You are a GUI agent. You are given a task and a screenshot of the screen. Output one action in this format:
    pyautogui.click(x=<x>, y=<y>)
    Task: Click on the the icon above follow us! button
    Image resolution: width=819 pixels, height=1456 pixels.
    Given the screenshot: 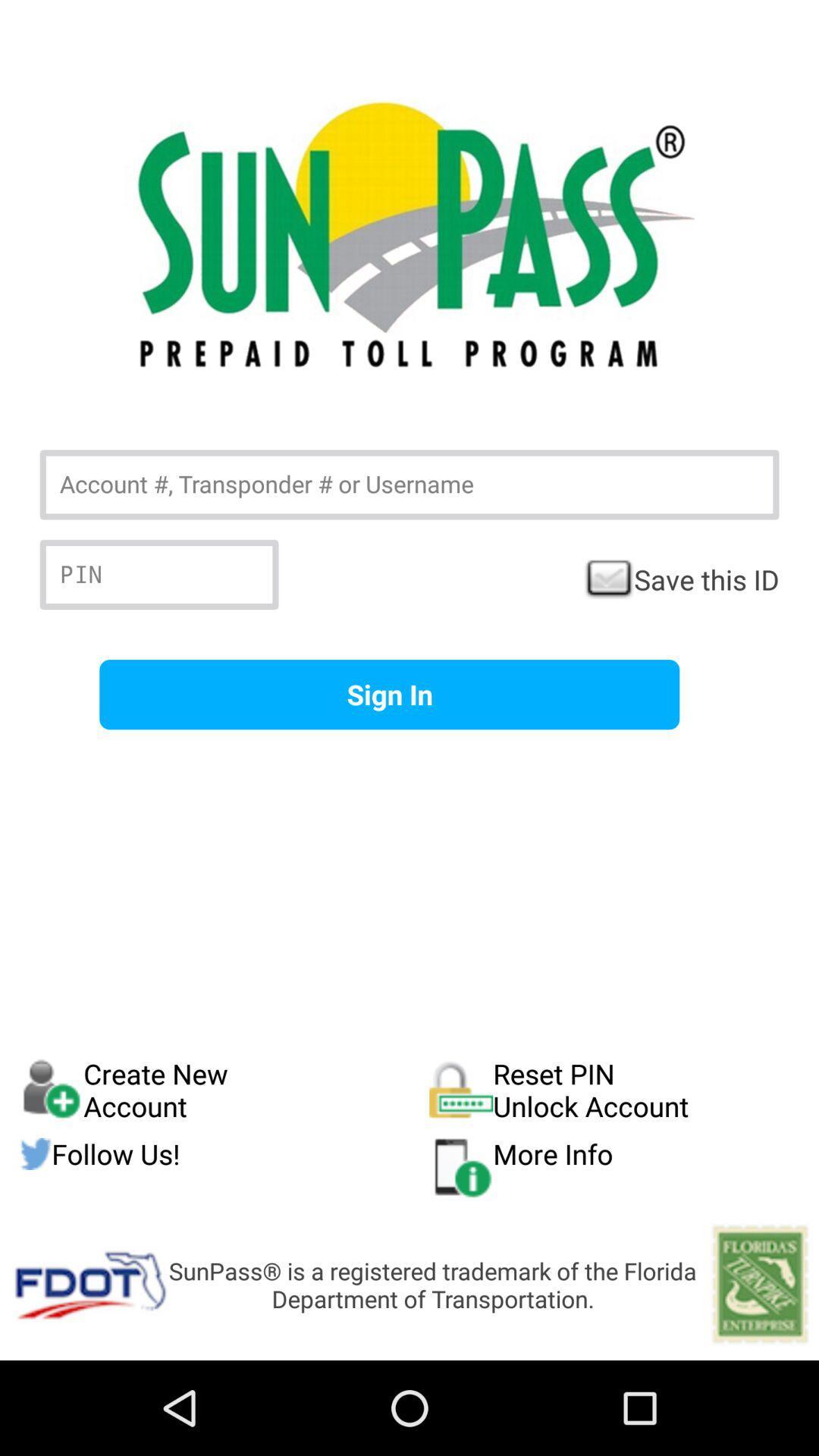 What is the action you would take?
    pyautogui.click(x=614, y=1089)
    